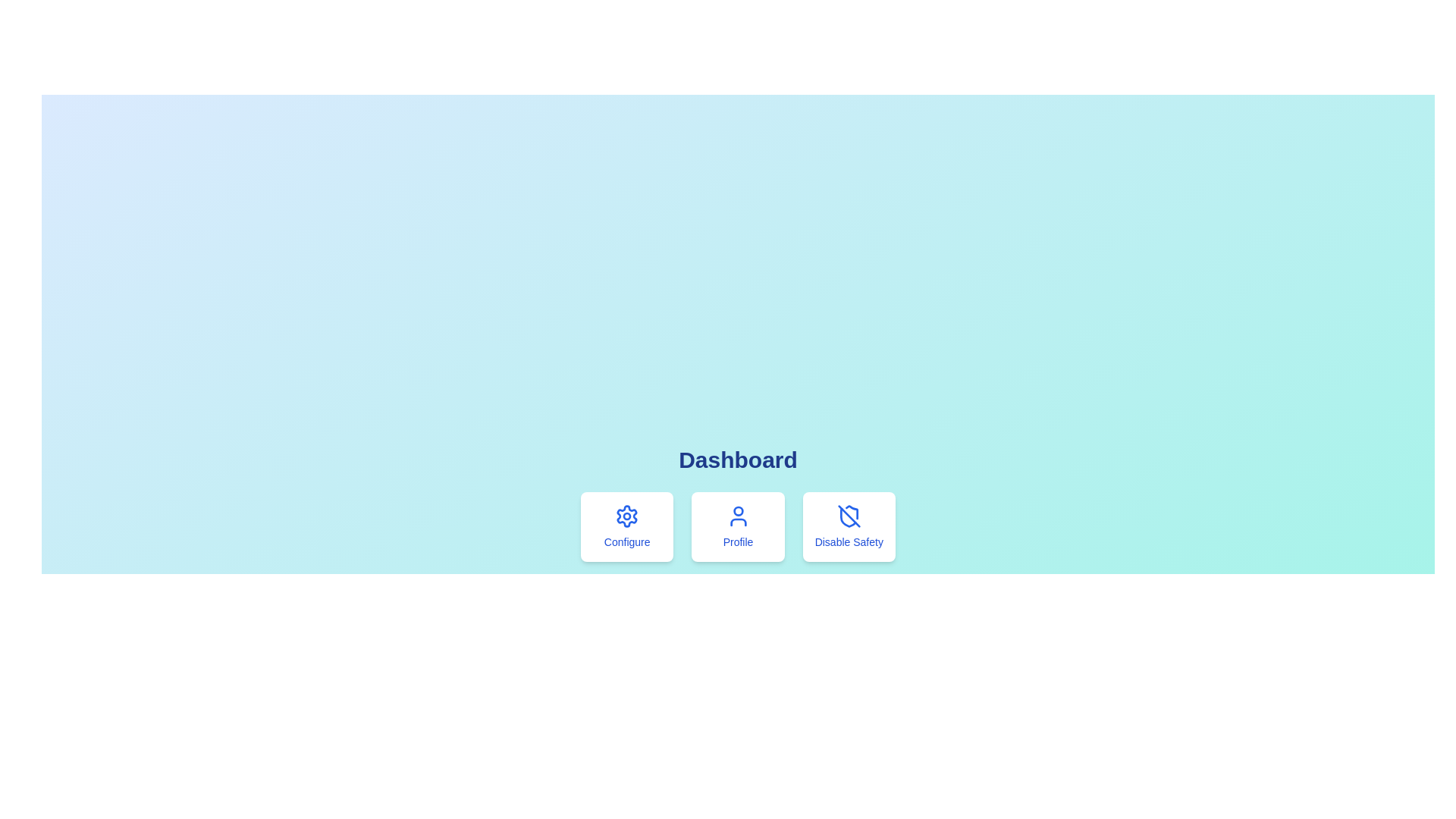 This screenshot has width=1456, height=819. I want to click on the user profile button located in the center of the three horizontally arranged modules below the 'Dashboard' title, so click(738, 526).